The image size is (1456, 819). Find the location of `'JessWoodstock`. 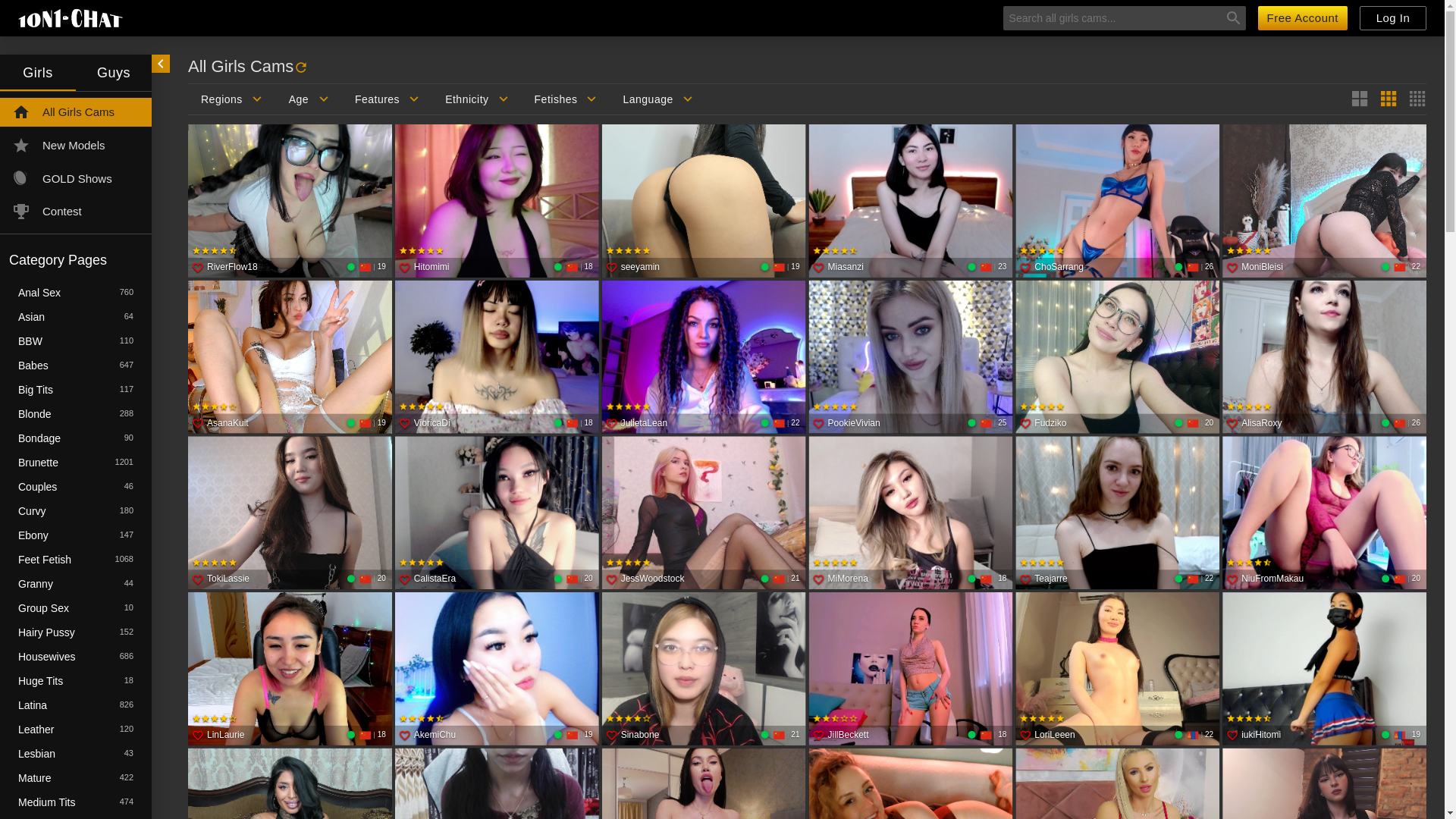

'JessWoodstock is located at coordinates (703, 513).